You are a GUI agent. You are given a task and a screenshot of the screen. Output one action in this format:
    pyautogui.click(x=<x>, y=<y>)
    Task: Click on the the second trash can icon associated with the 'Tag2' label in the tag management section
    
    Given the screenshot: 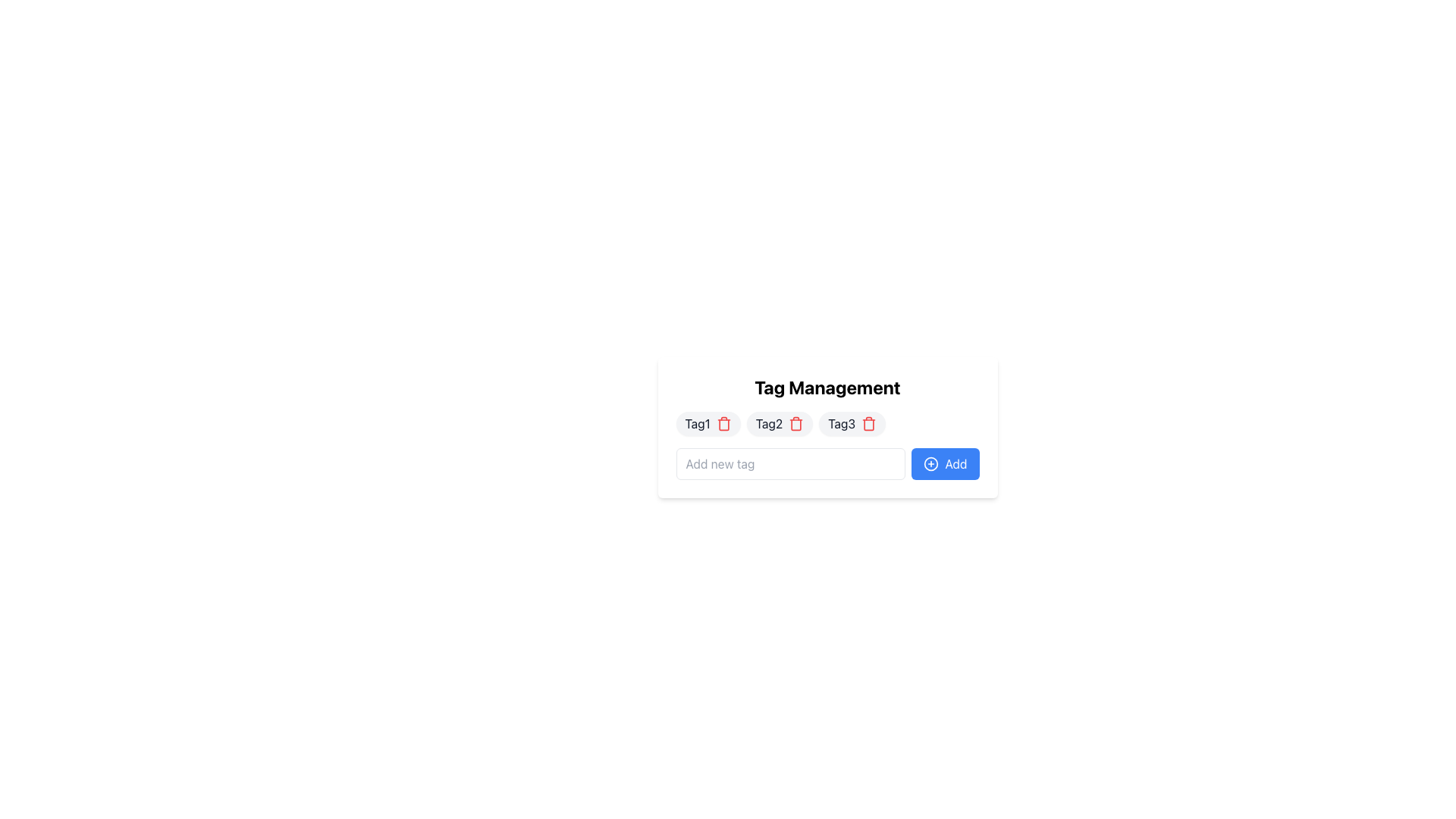 What is the action you would take?
    pyautogui.click(x=795, y=424)
    